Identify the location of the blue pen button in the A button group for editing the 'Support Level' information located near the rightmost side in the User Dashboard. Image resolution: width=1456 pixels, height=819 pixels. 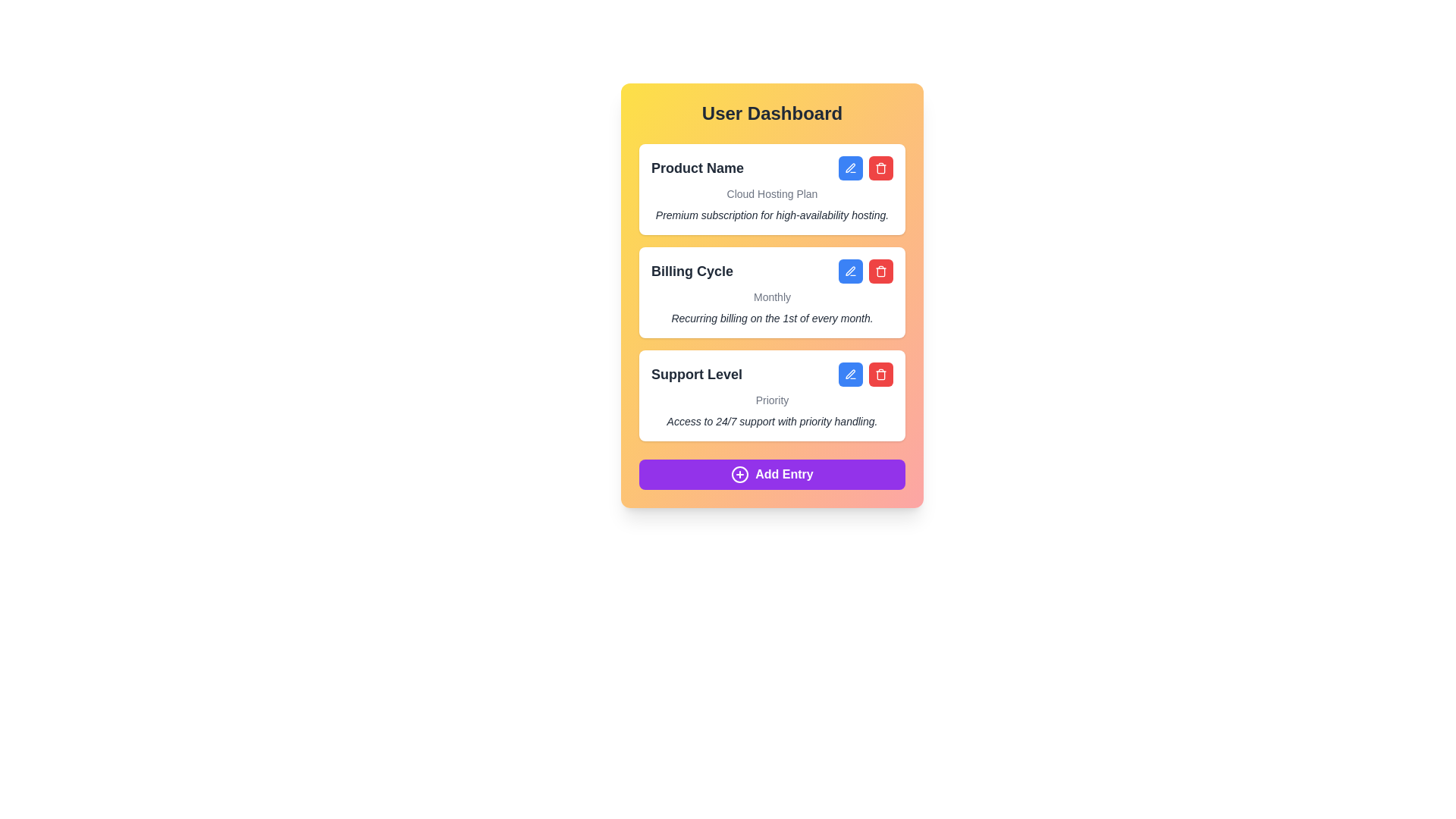
(866, 374).